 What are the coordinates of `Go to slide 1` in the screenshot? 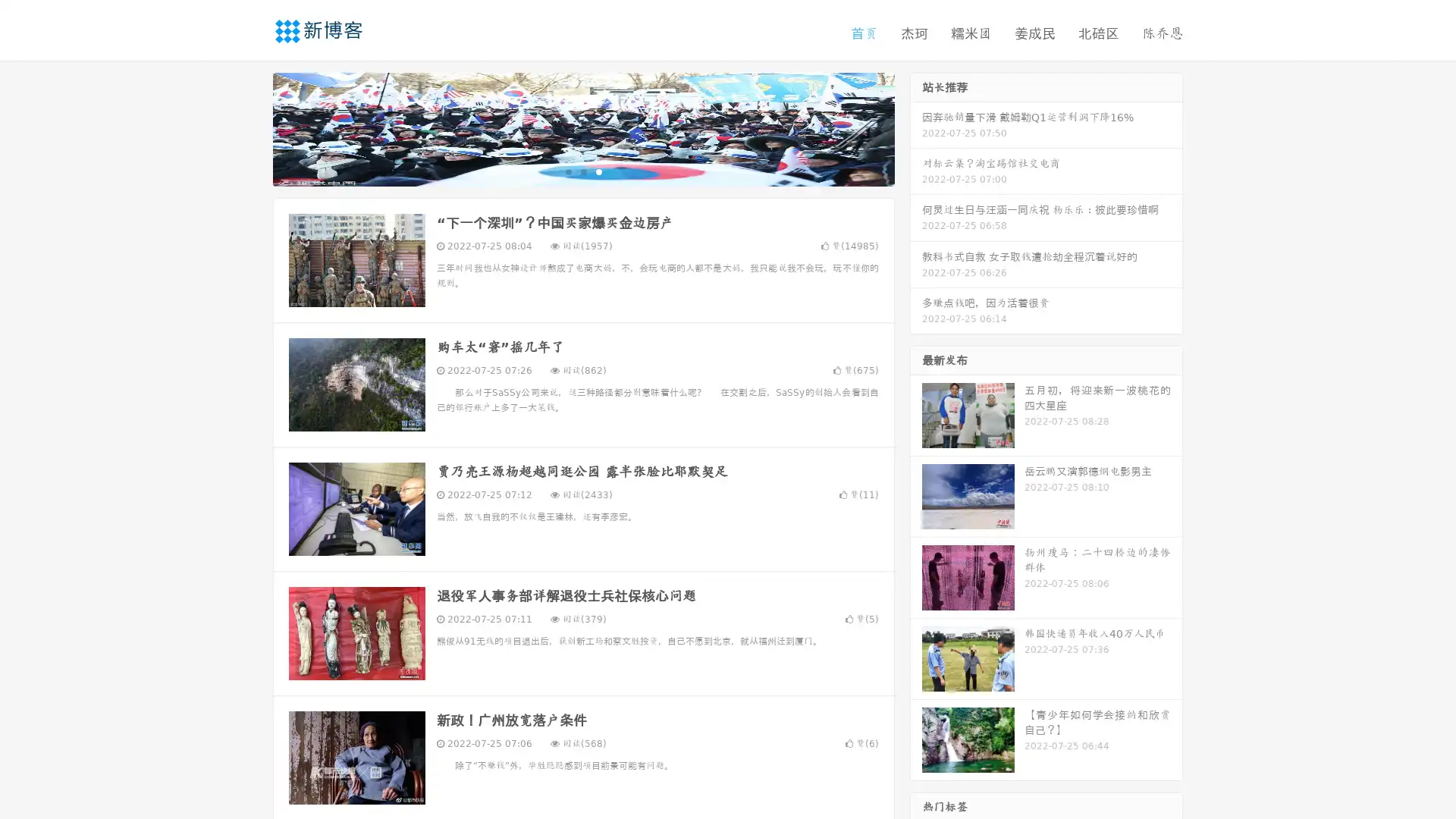 It's located at (567, 171).